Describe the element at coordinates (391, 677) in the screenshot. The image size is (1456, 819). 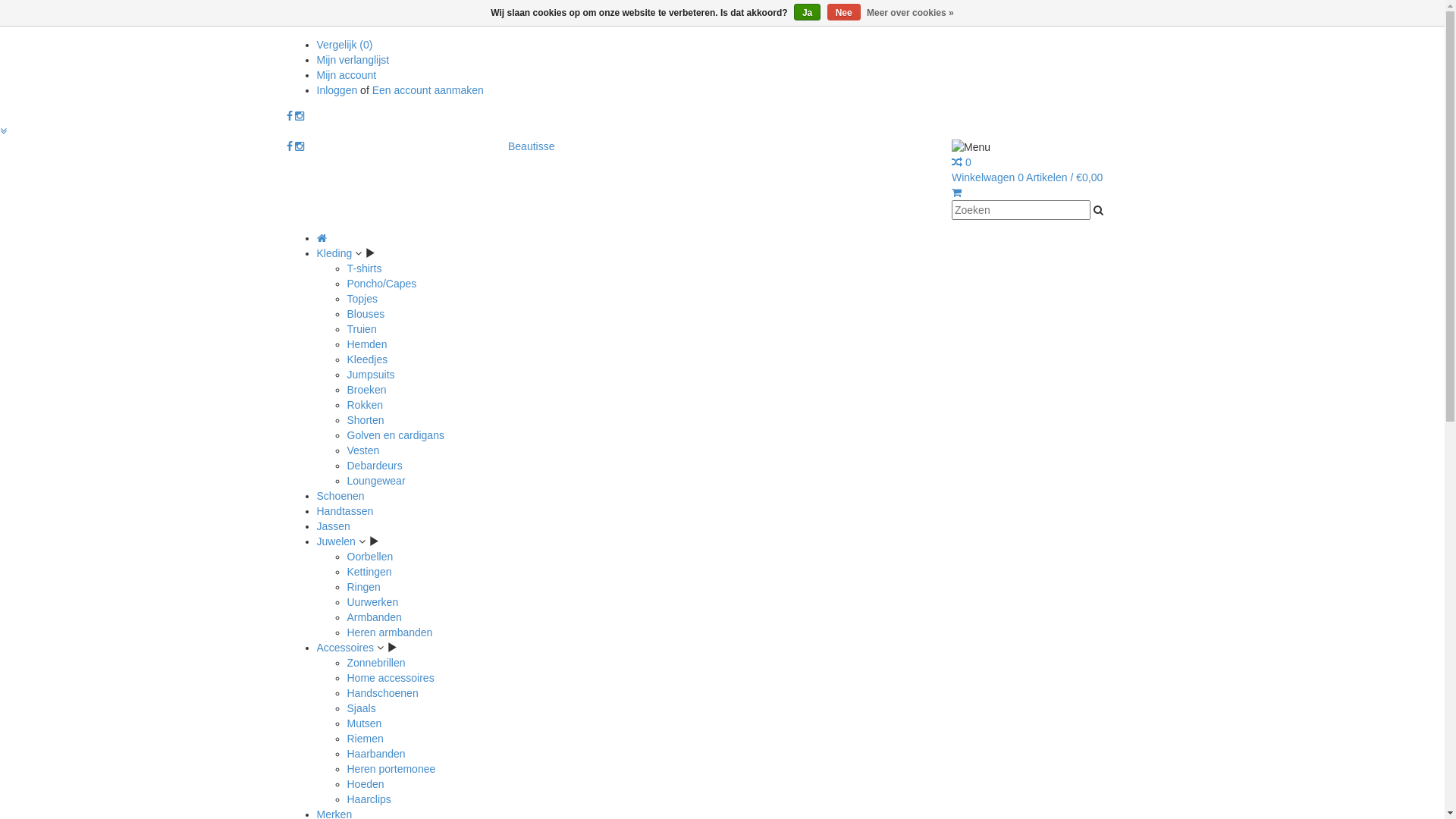
I see `'Home accessoires'` at that location.